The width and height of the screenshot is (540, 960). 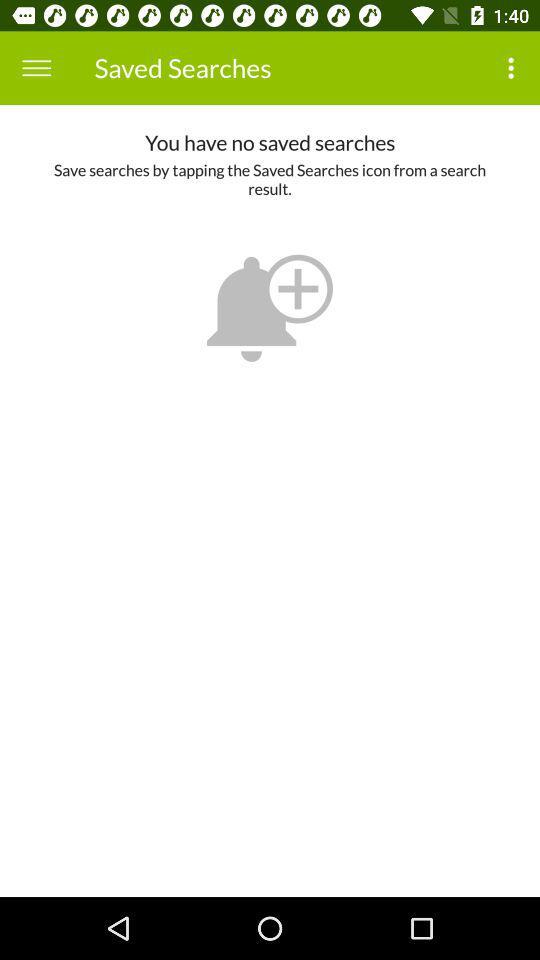 What do you see at coordinates (513, 68) in the screenshot?
I see `the icon next to the saved searches icon` at bounding box center [513, 68].